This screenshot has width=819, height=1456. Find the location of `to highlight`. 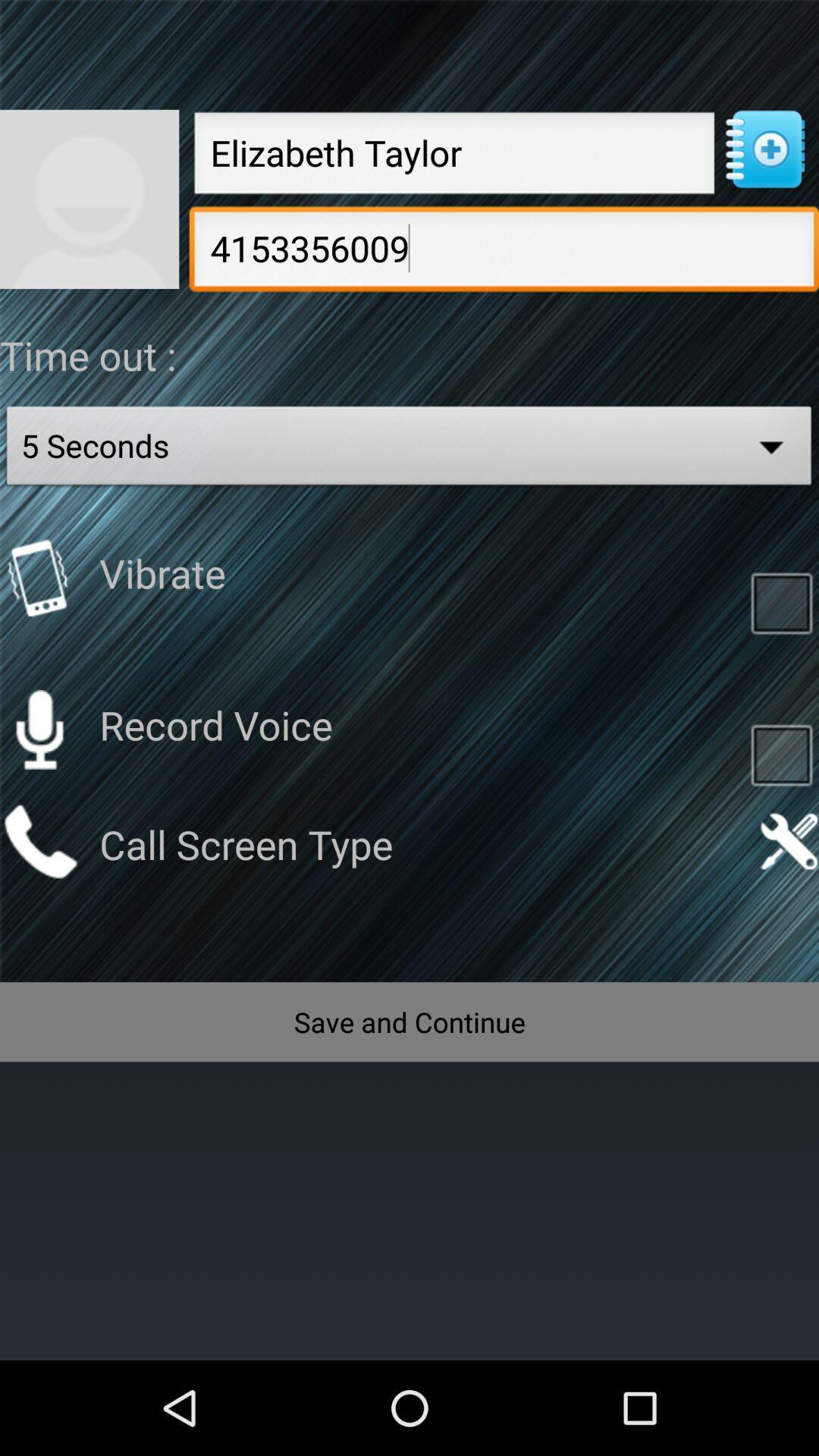

to highlight is located at coordinates (781, 601).